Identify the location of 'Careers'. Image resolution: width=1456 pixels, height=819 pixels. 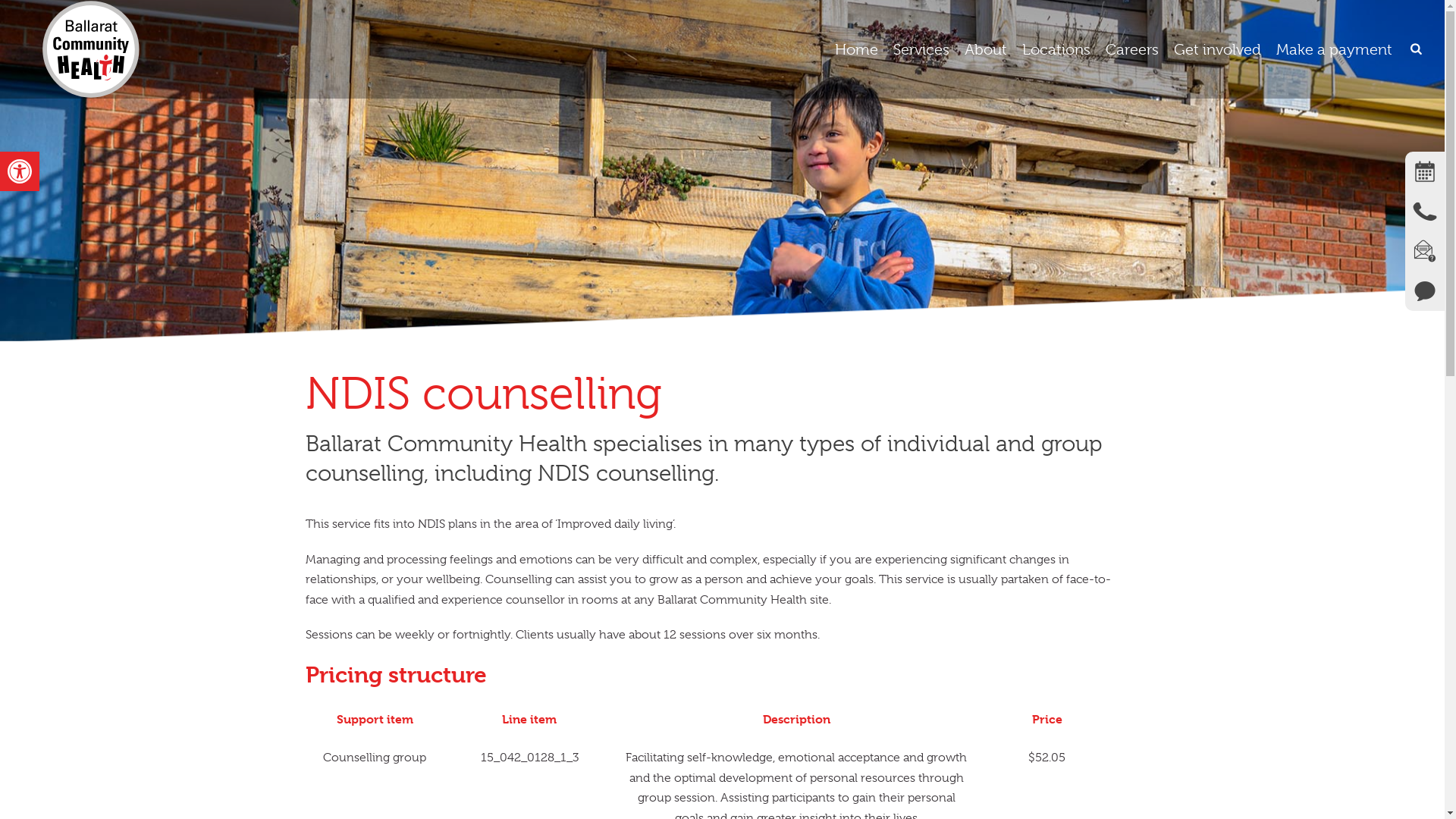
(1131, 49).